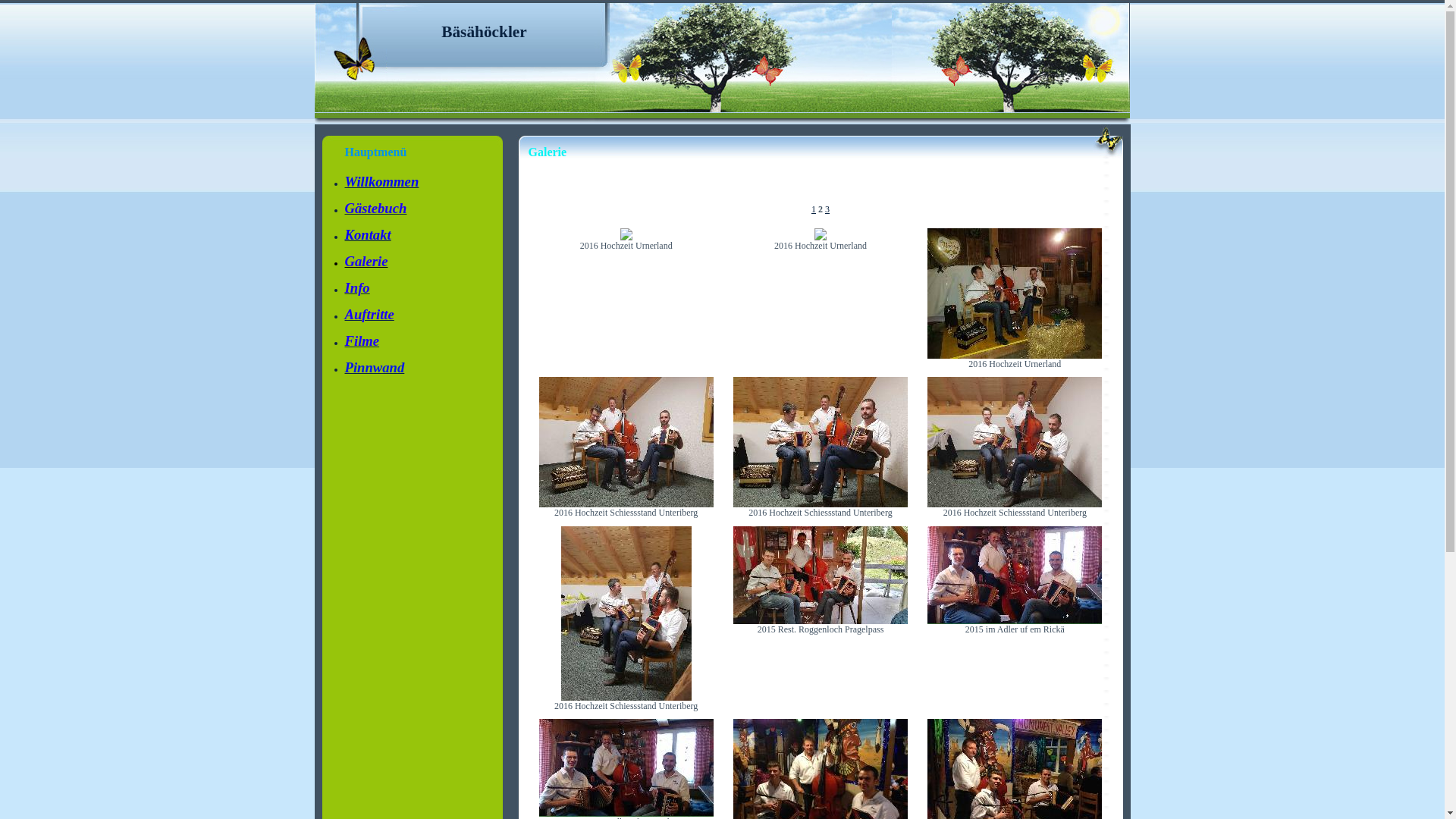 This screenshot has width=1456, height=819. I want to click on '2016 Hochzeit Schiessstand Unteriberg', so click(1015, 504).